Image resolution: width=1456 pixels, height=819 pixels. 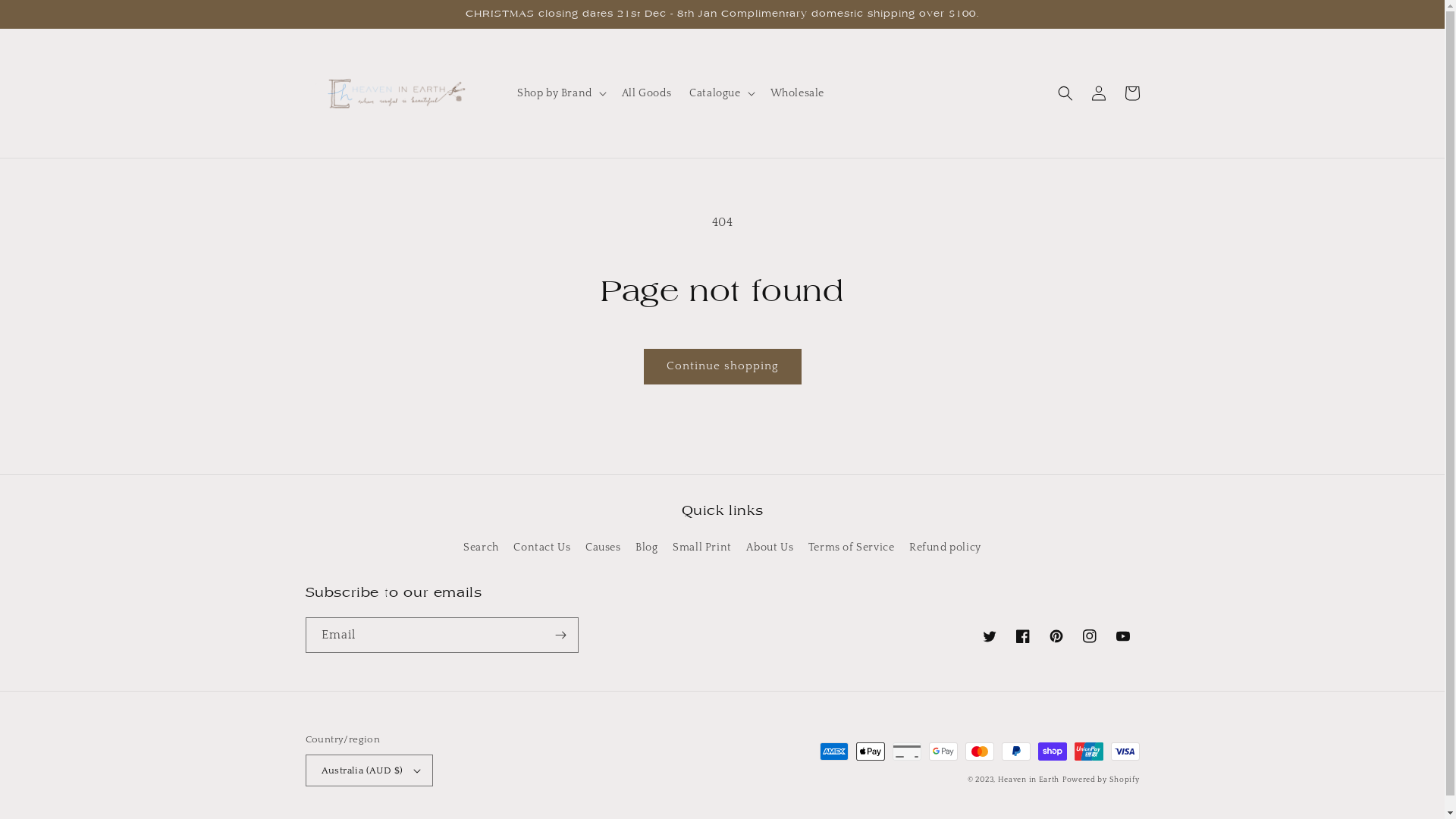 I want to click on 'Twitter', so click(x=989, y=636).